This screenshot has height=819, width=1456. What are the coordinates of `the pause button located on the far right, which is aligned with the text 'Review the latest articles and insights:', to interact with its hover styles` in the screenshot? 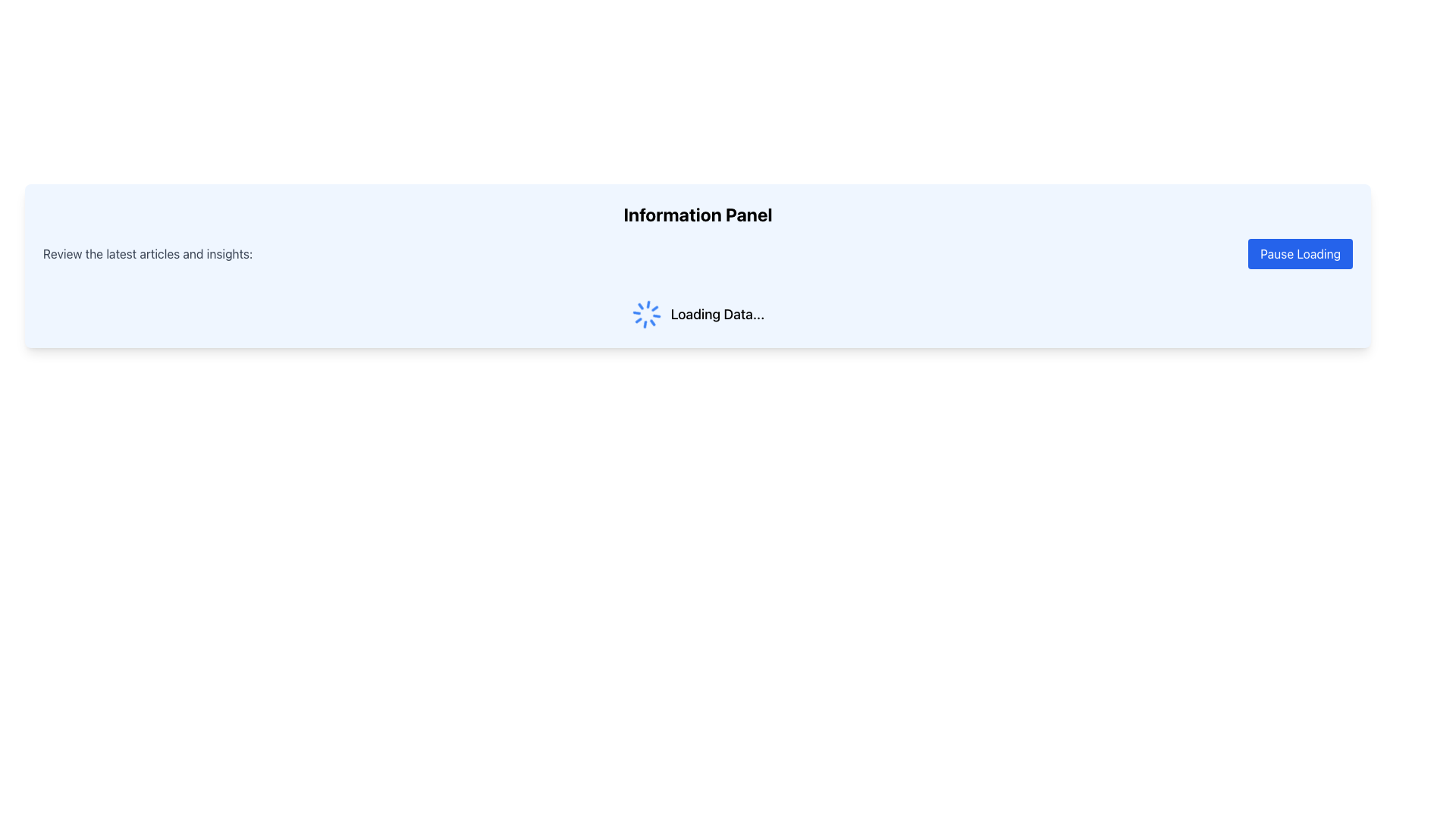 It's located at (1300, 253).